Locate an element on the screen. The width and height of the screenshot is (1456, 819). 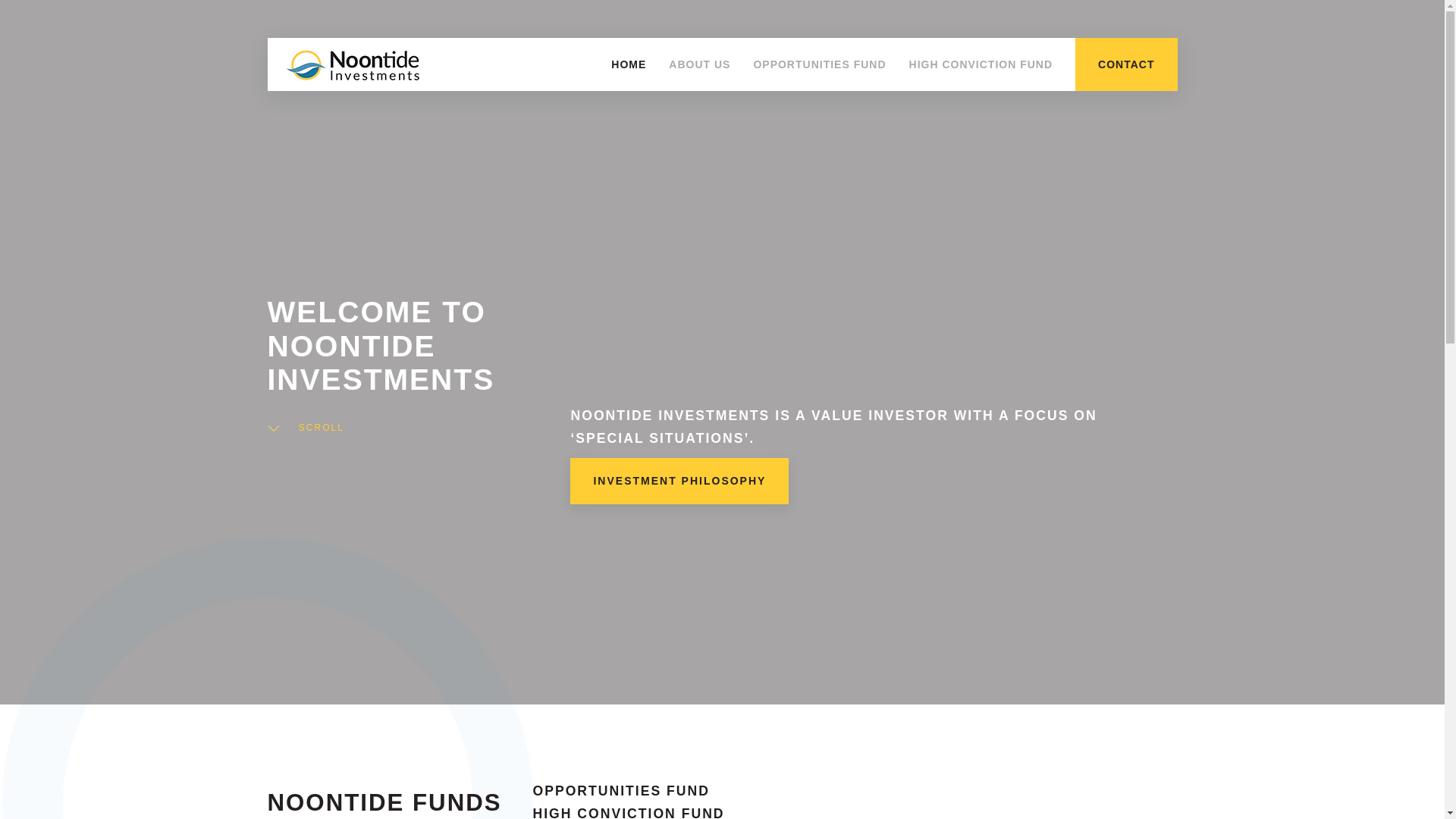
'CONTACT' is located at coordinates (1125, 63).